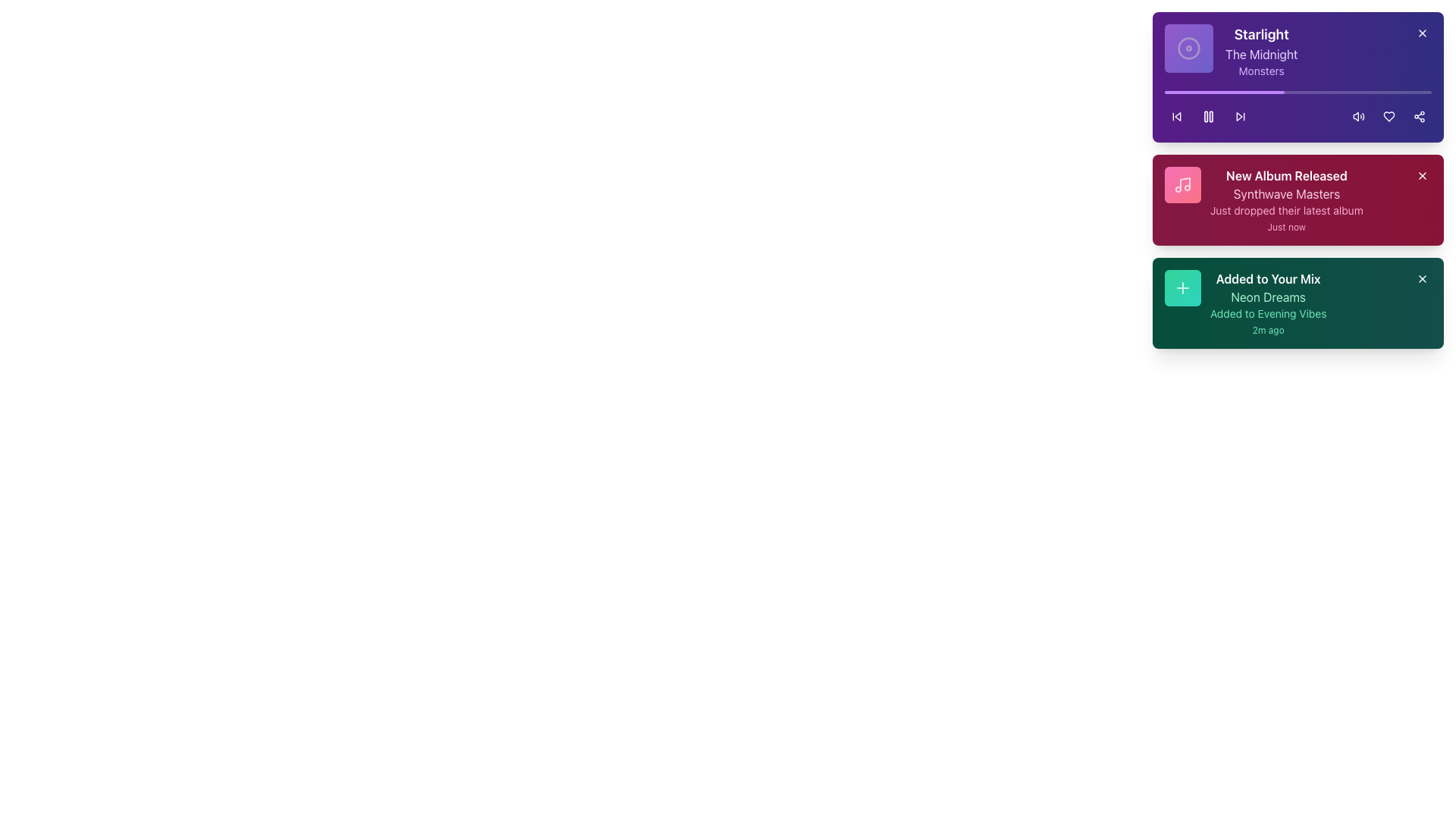 The height and width of the screenshot is (819, 1456). What do you see at coordinates (1422, 278) in the screenshot?
I see `the button in the top-right corner of the green notification card titled 'Added to Your Mix'` at bounding box center [1422, 278].